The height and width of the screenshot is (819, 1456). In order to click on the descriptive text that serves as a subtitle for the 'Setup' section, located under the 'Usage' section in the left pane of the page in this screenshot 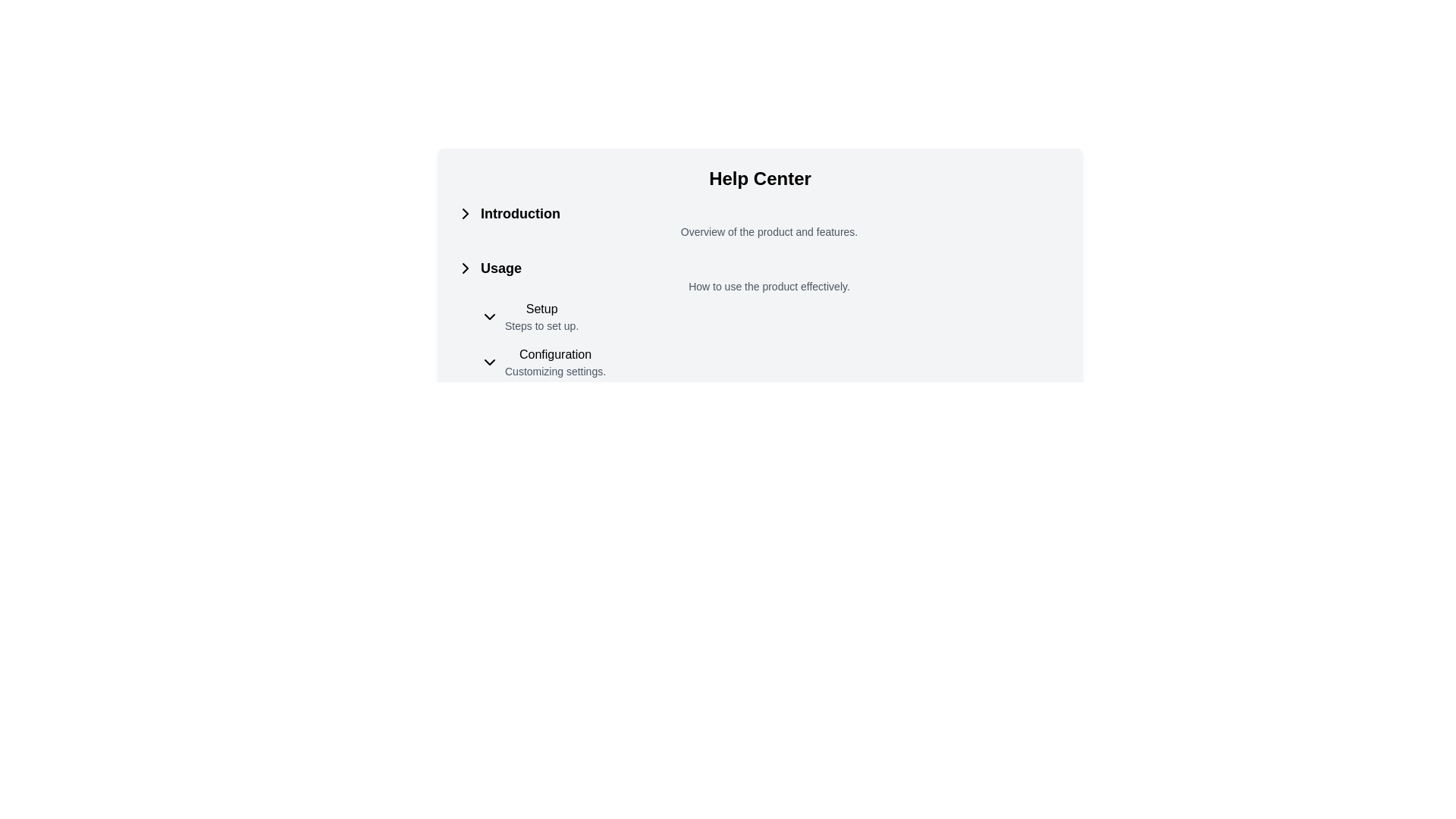, I will do `click(541, 325)`.